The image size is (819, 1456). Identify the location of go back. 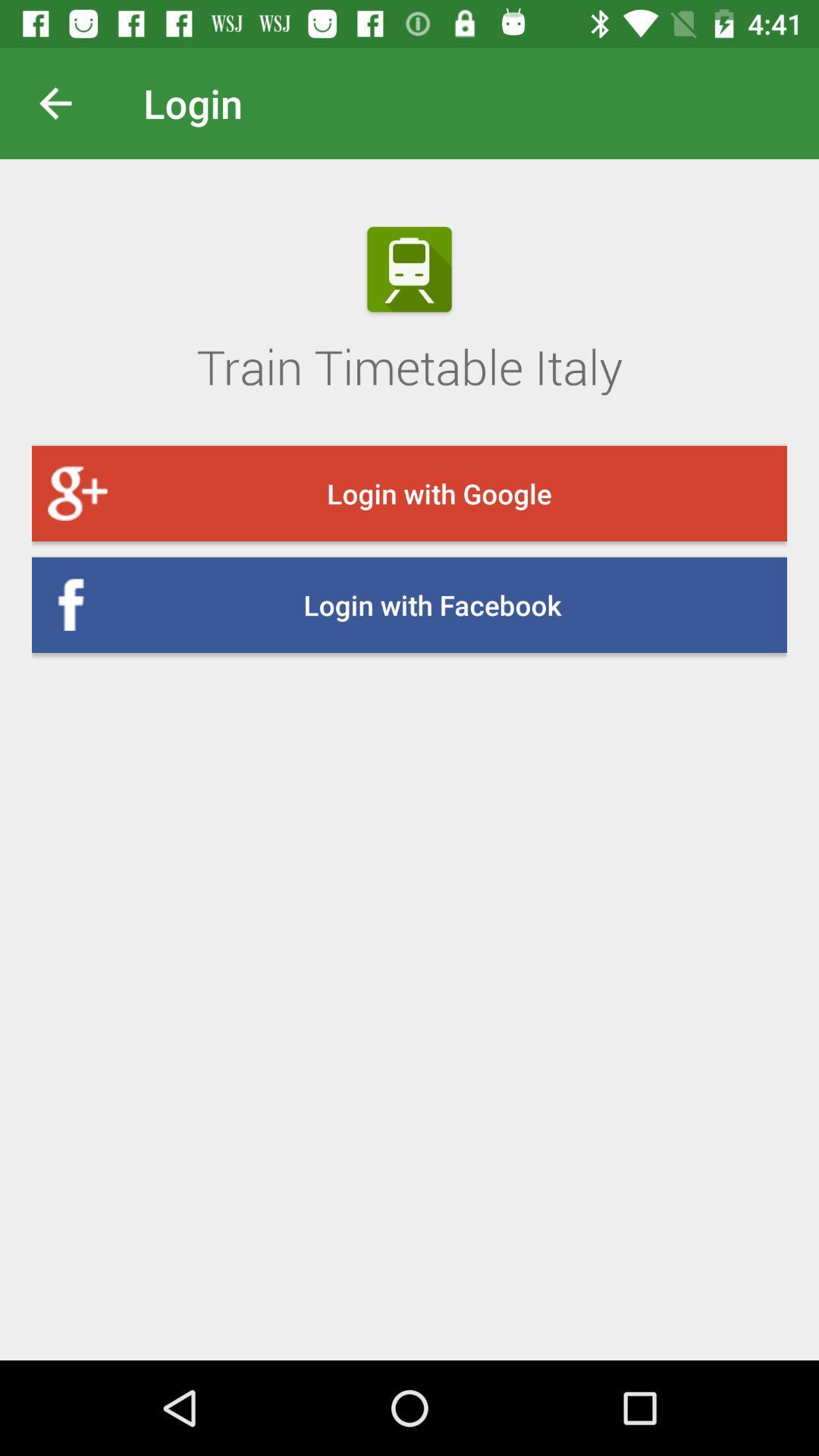
(67, 102).